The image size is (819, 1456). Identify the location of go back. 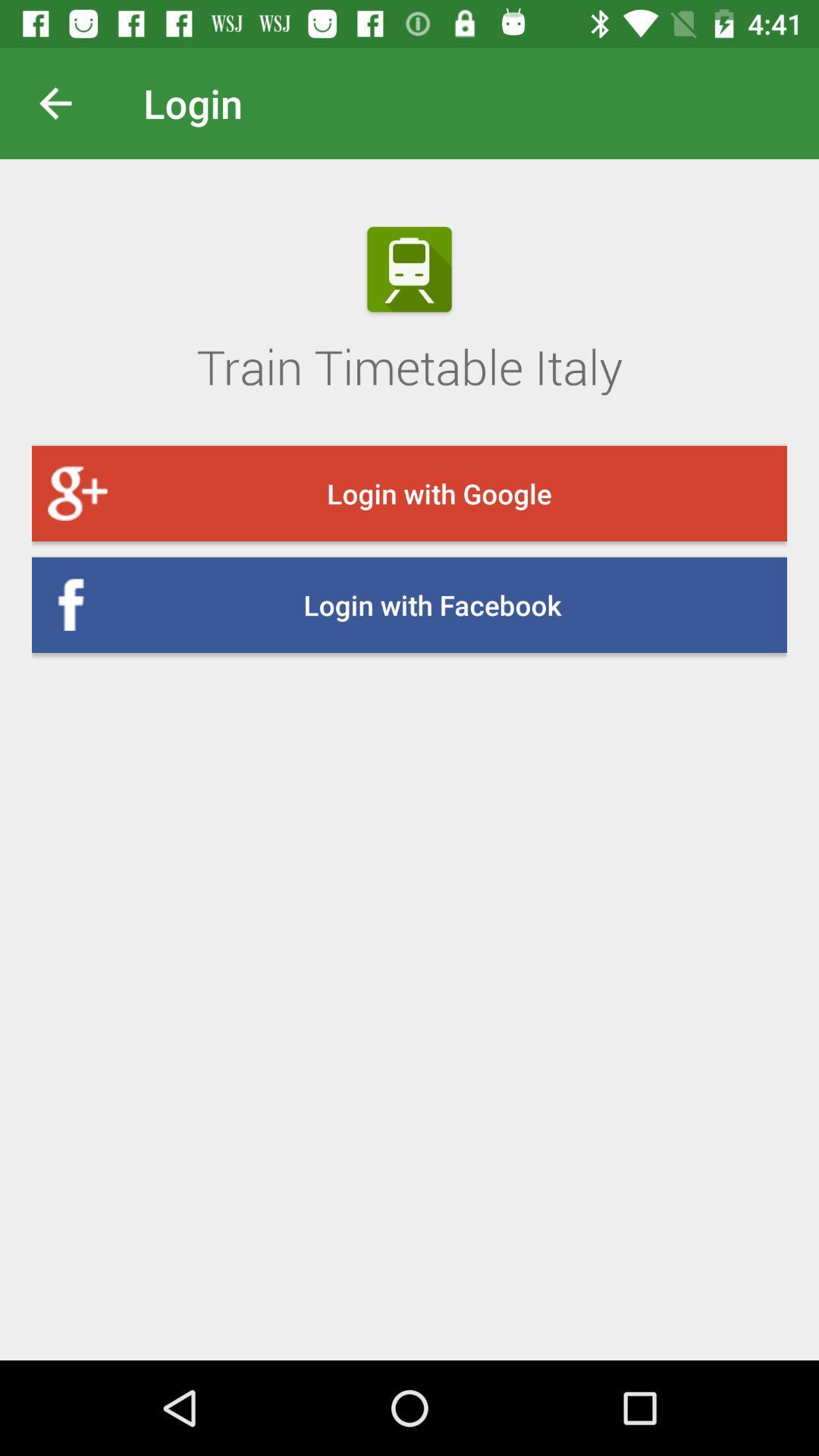
(67, 102).